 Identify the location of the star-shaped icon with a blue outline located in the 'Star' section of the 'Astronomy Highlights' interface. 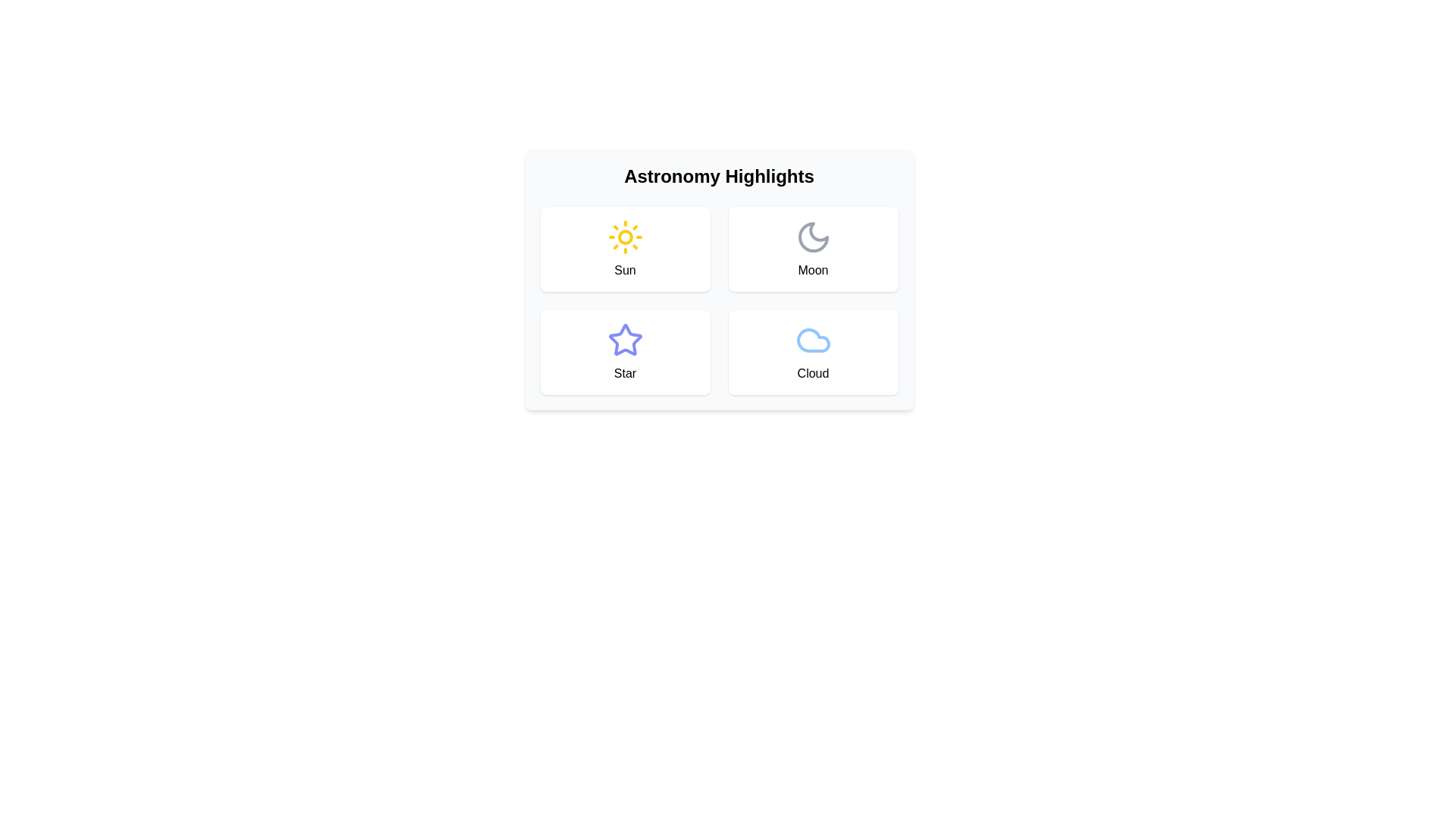
(625, 339).